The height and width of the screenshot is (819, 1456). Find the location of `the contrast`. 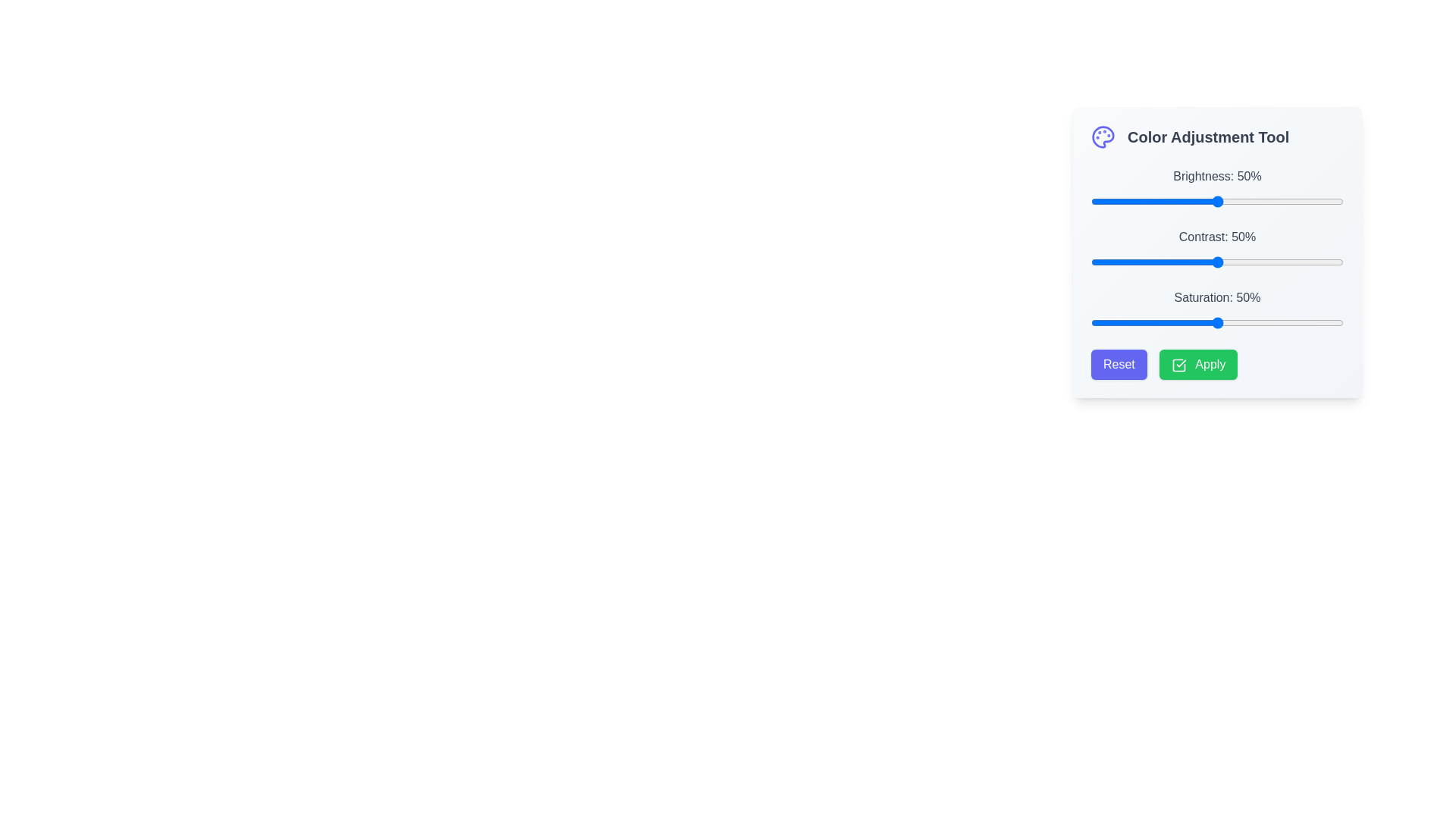

the contrast is located at coordinates (1141, 262).